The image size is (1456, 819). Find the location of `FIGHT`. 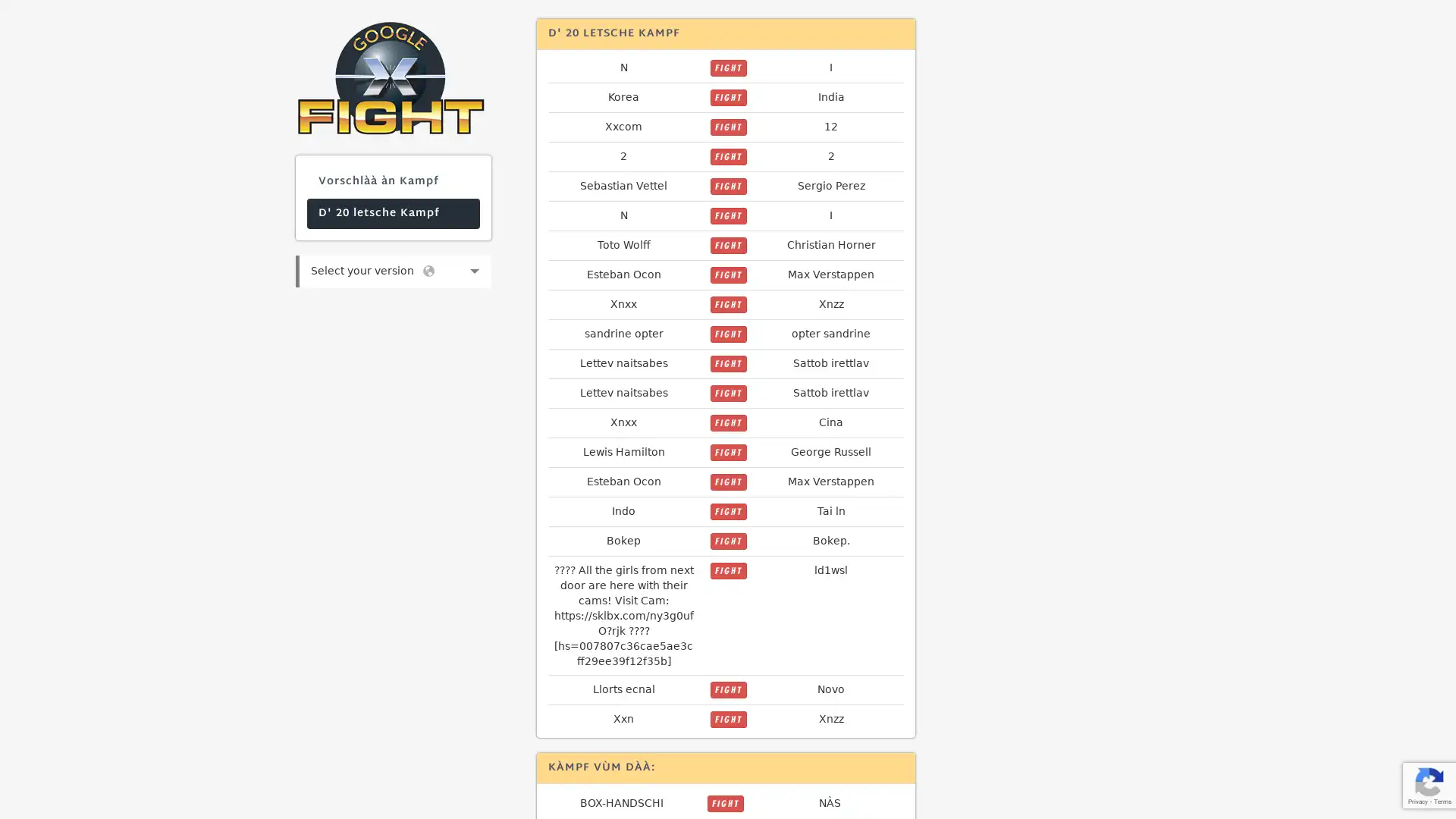

FIGHT is located at coordinates (728, 540).